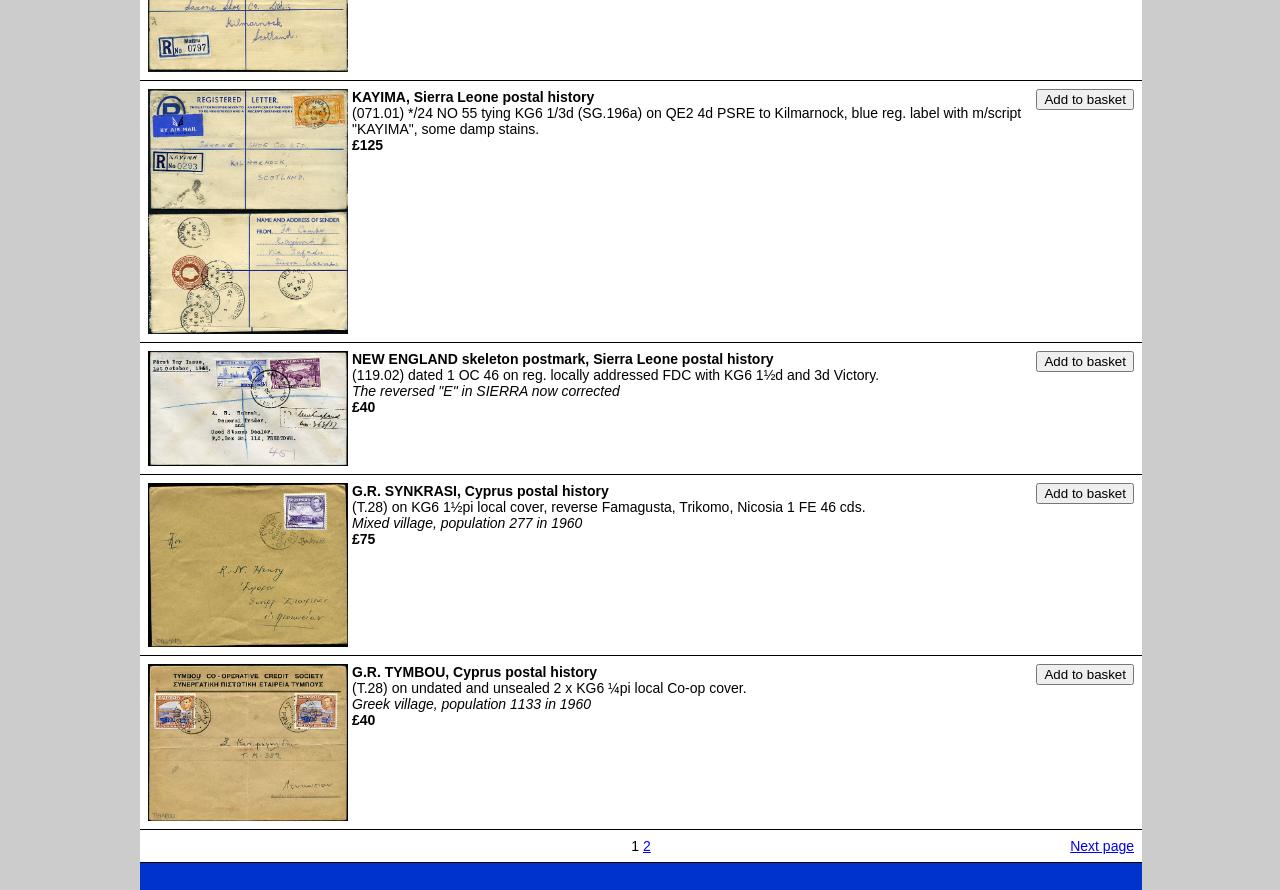 This screenshot has height=890, width=1280. What do you see at coordinates (646, 845) in the screenshot?
I see `'2'` at bounding box center [646, 845].